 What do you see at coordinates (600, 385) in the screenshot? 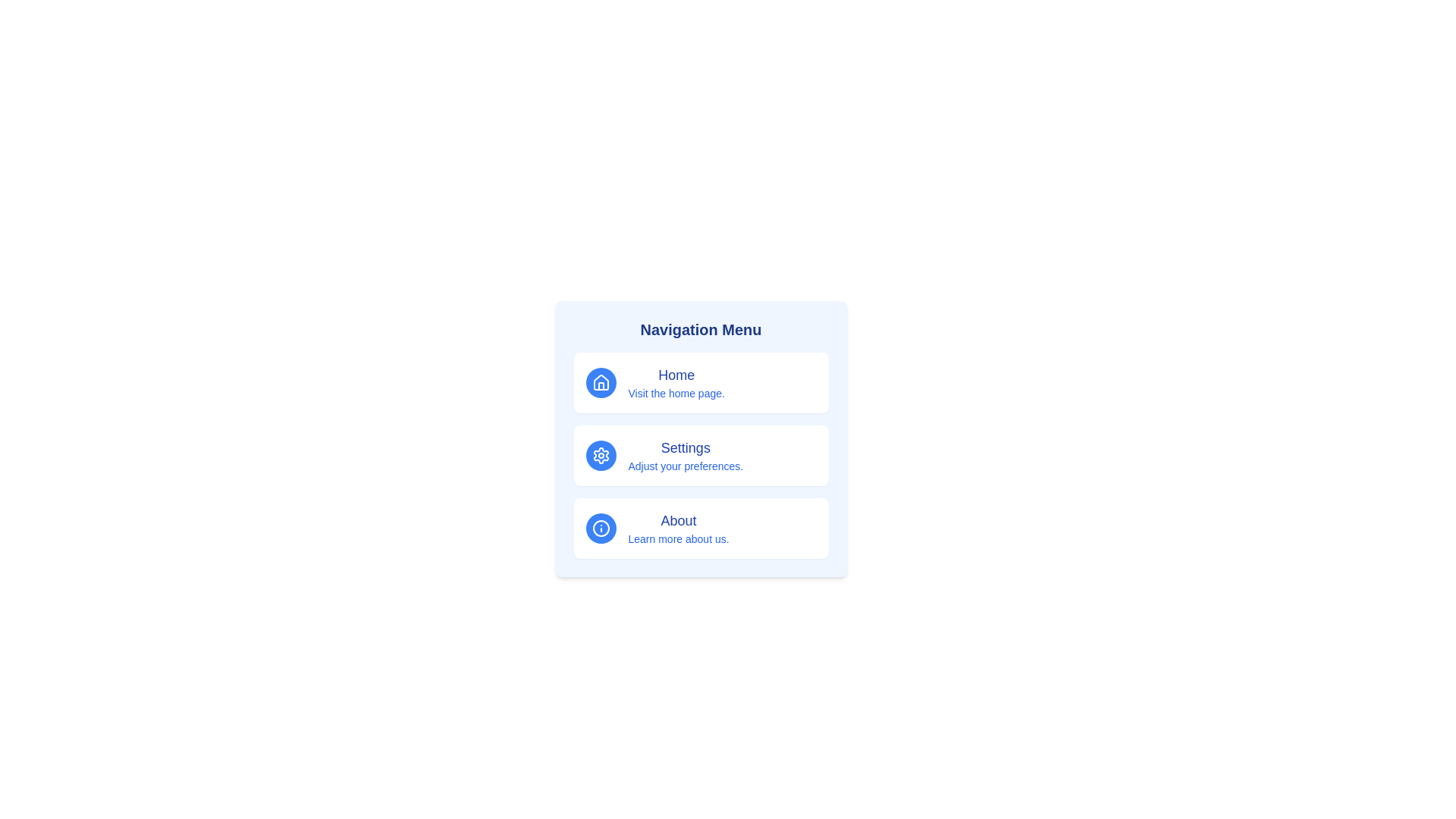
I see `the base of the house icon within the home navigation menu, representing the 'Home' item` at bounding box center [600, 385].